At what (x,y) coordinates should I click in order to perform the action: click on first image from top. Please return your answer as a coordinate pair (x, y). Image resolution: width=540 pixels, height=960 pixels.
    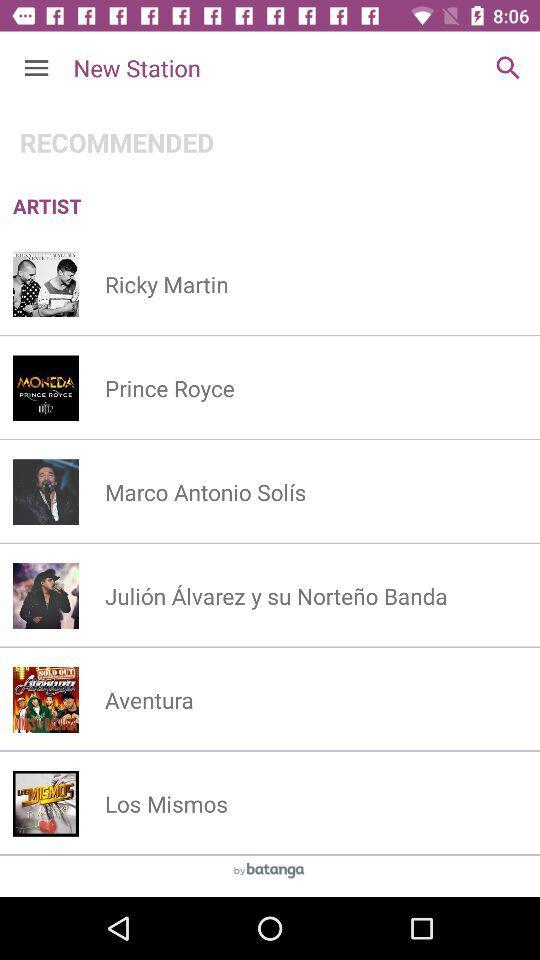
    Looking at the image, I should click on (46, 283).